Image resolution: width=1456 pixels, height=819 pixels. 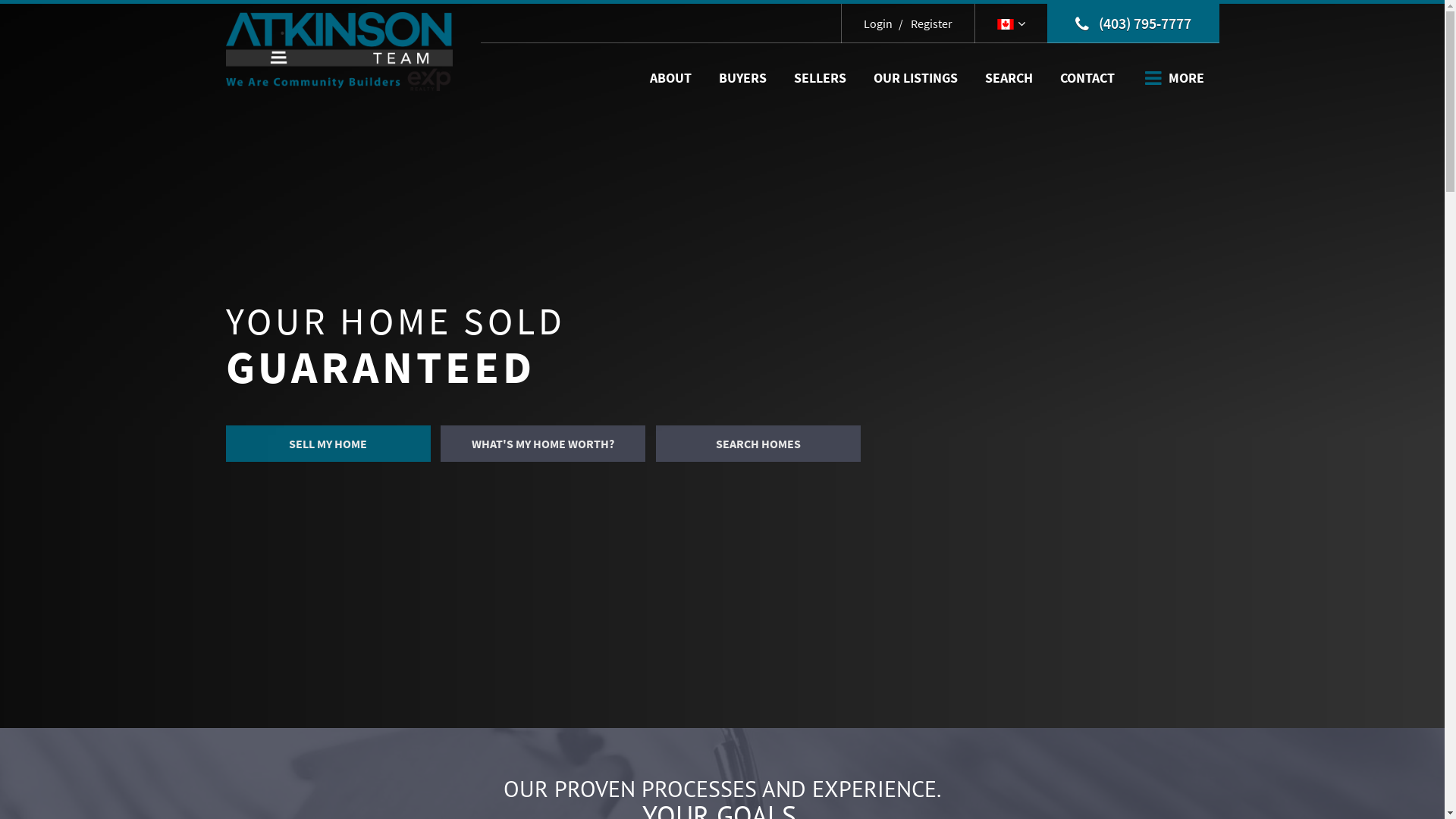 What do you see at coordinates (863, 23) in the screenshot?
I see `'Login'` at bounding box center [863, 23].